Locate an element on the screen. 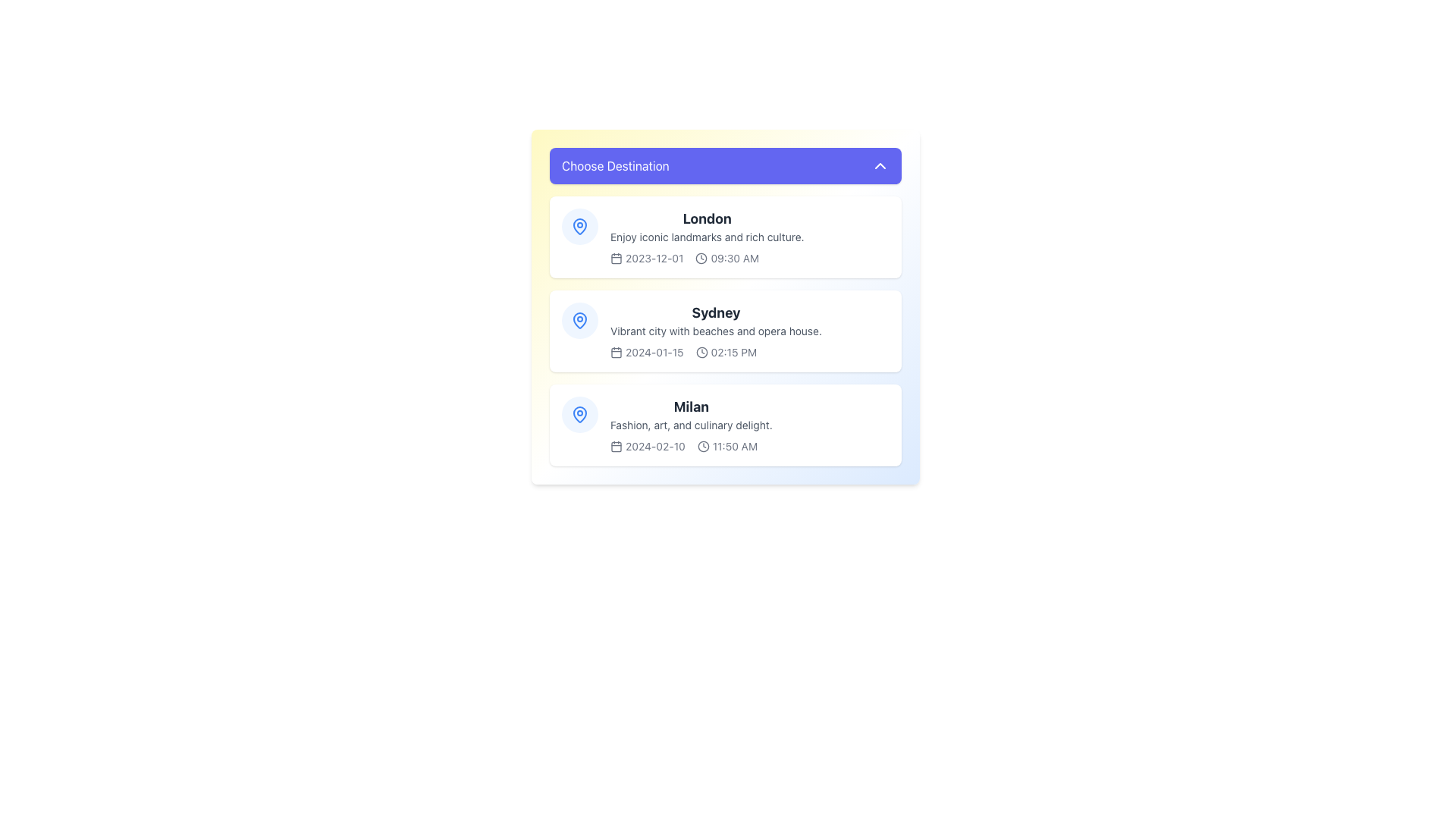 This screenshot has width=1456, height=819. the calendar date icon located to the left of the text '2023-12-01 09:30 AM' which visually indicates the specific date context for the event description and title for 'London' is located at coordinates (616, 257).